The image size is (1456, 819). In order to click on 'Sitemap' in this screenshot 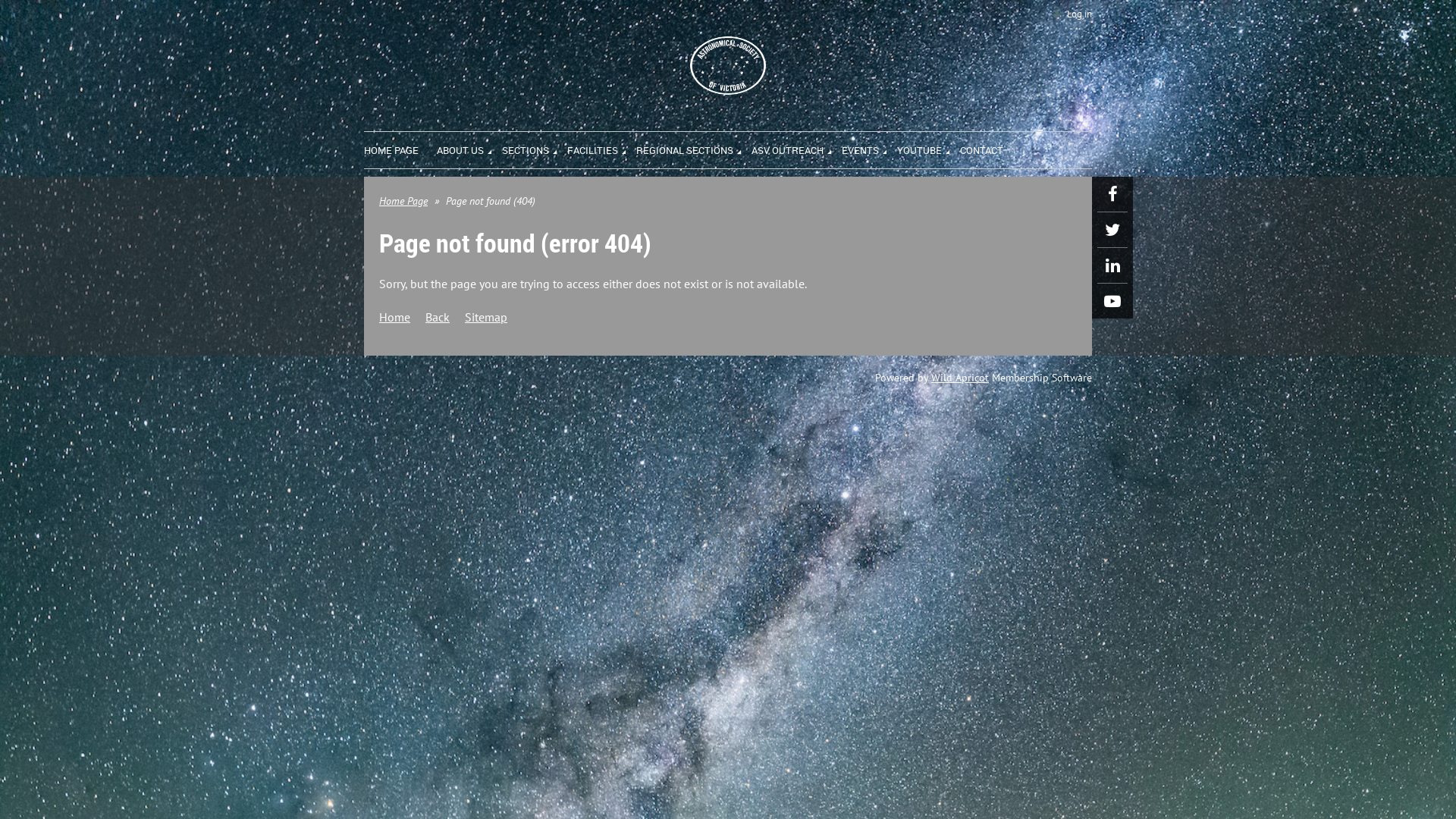, I will do `click(486, 315)`.